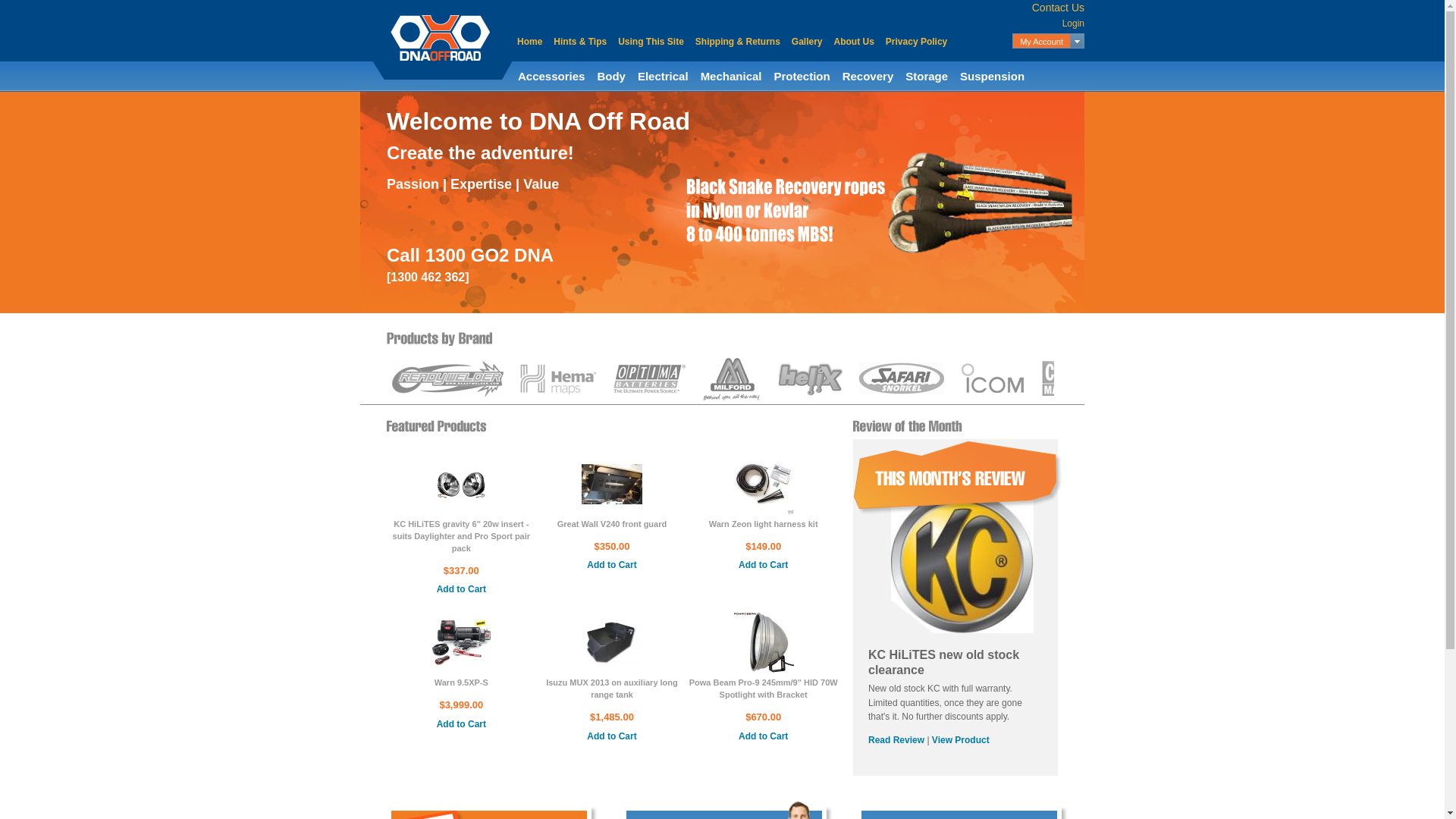 The width and height of the screenshot is (1456, 819). I want to click on 'My Account', so click(1040, 40).